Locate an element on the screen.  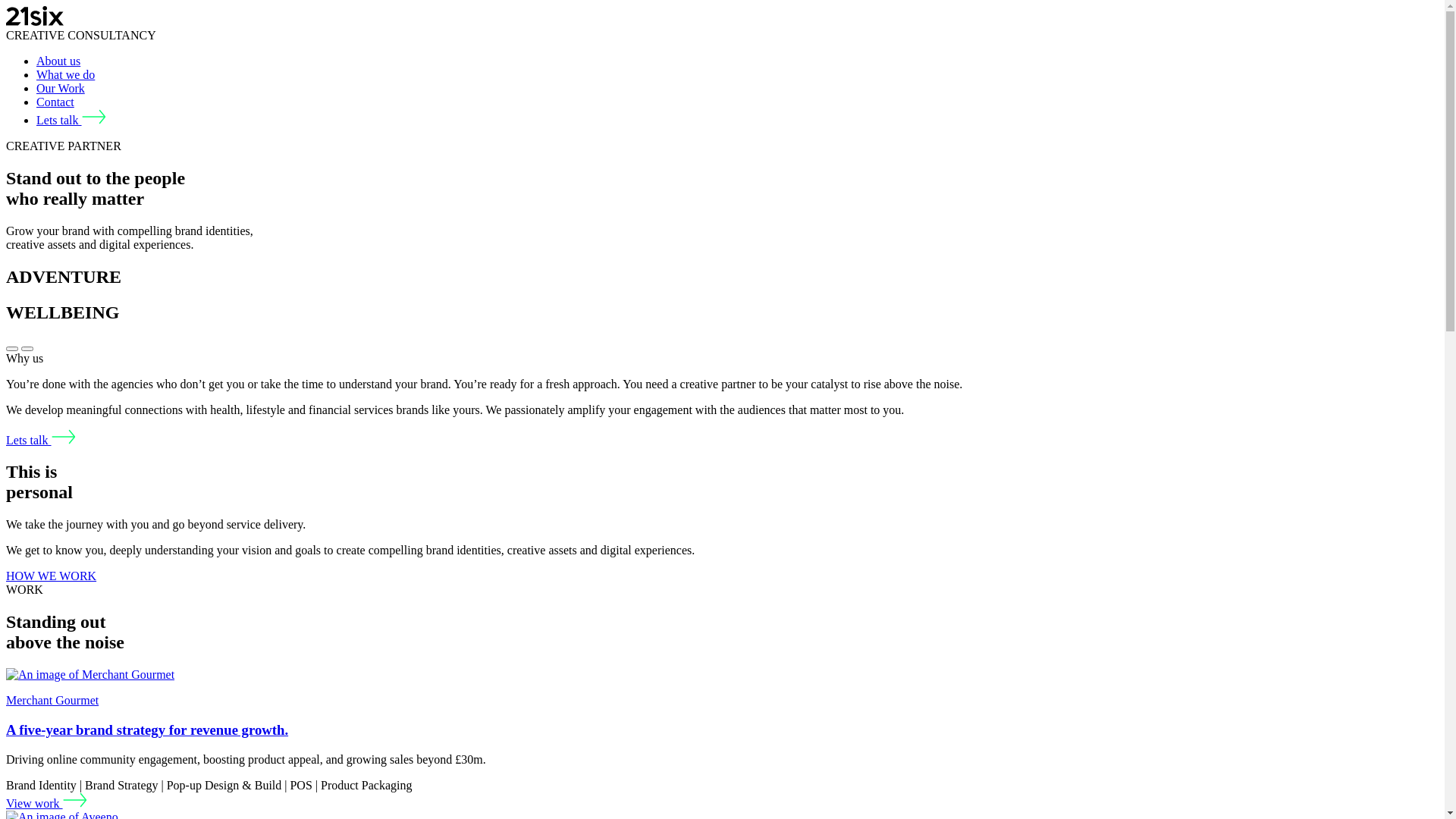
'Contact' is located at coordinates (55, 102).